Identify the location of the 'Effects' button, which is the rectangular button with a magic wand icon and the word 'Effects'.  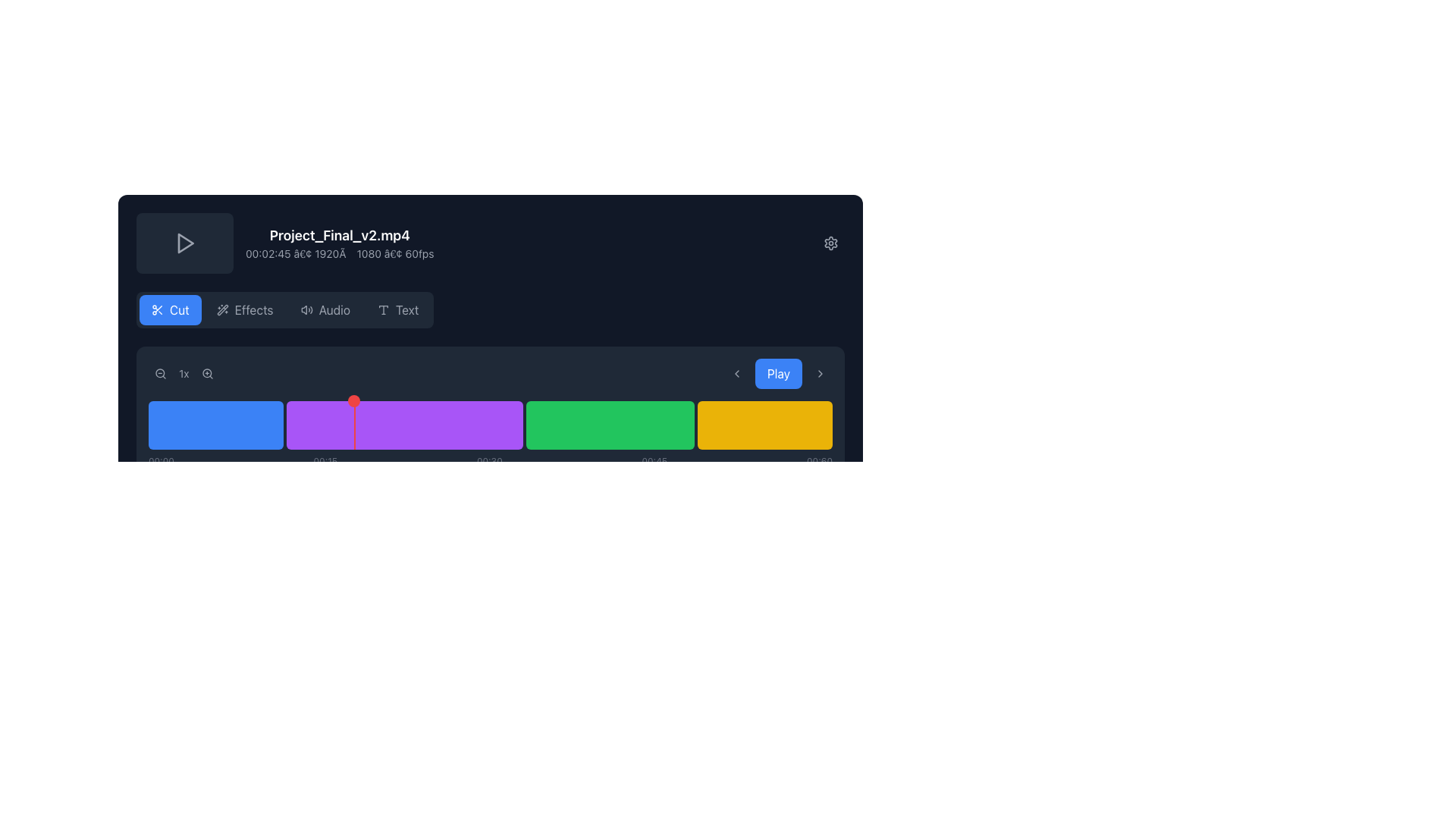
(245, 309).